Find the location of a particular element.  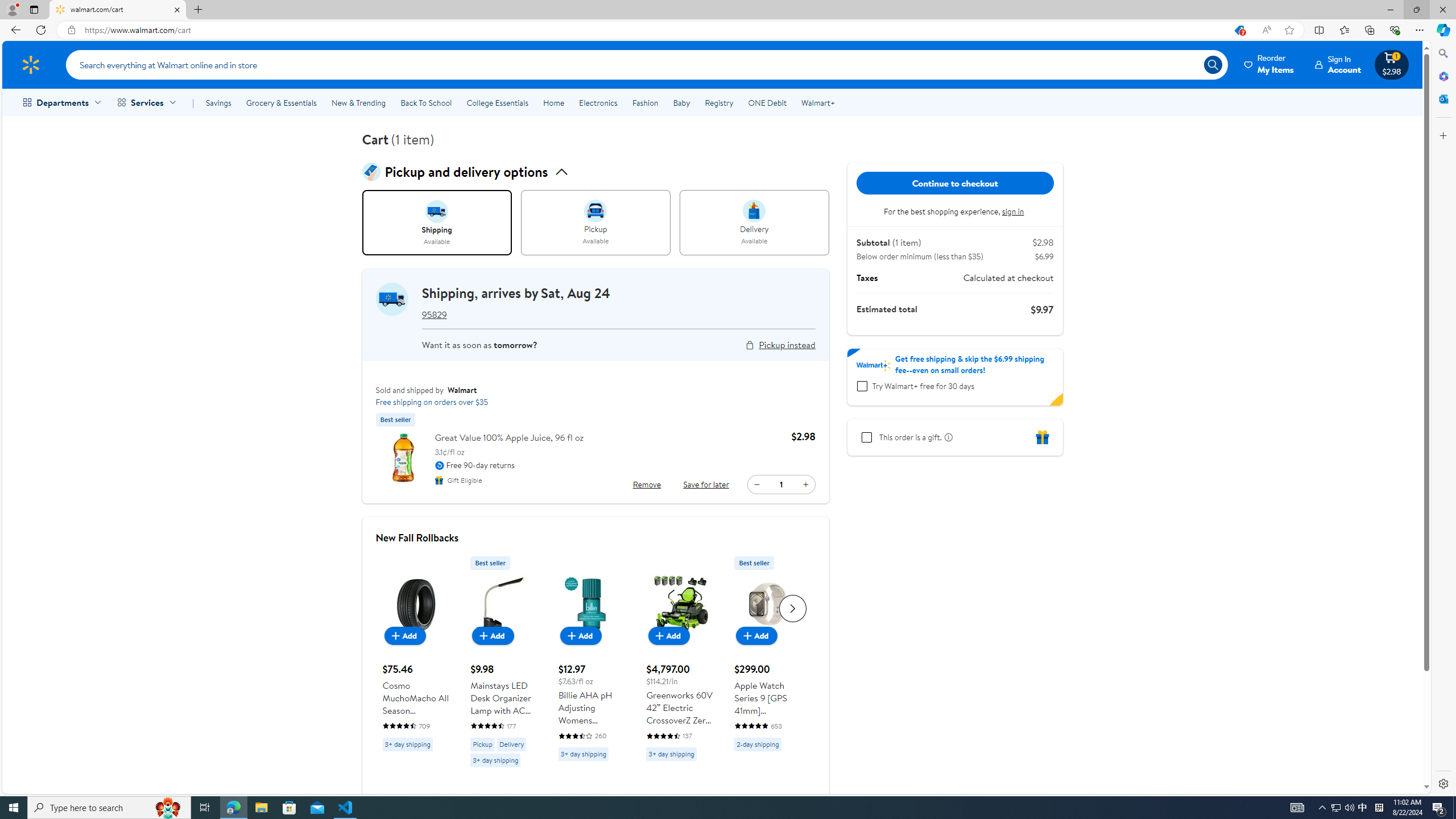

'intent image for delivery' is located at coordinates (754, 211).